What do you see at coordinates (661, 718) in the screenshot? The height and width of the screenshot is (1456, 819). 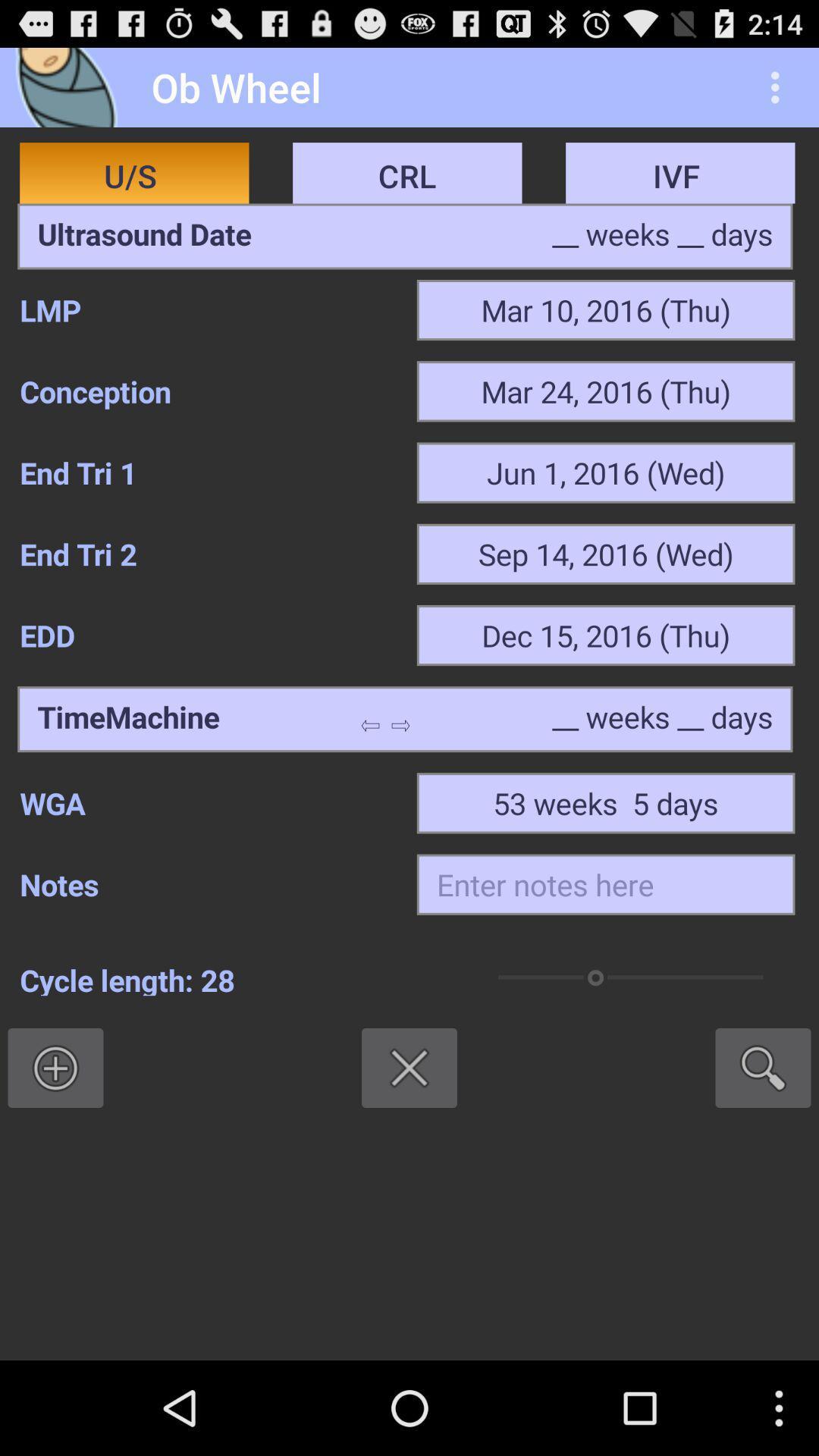 I see `type the days` at bounding box center [661, 718].